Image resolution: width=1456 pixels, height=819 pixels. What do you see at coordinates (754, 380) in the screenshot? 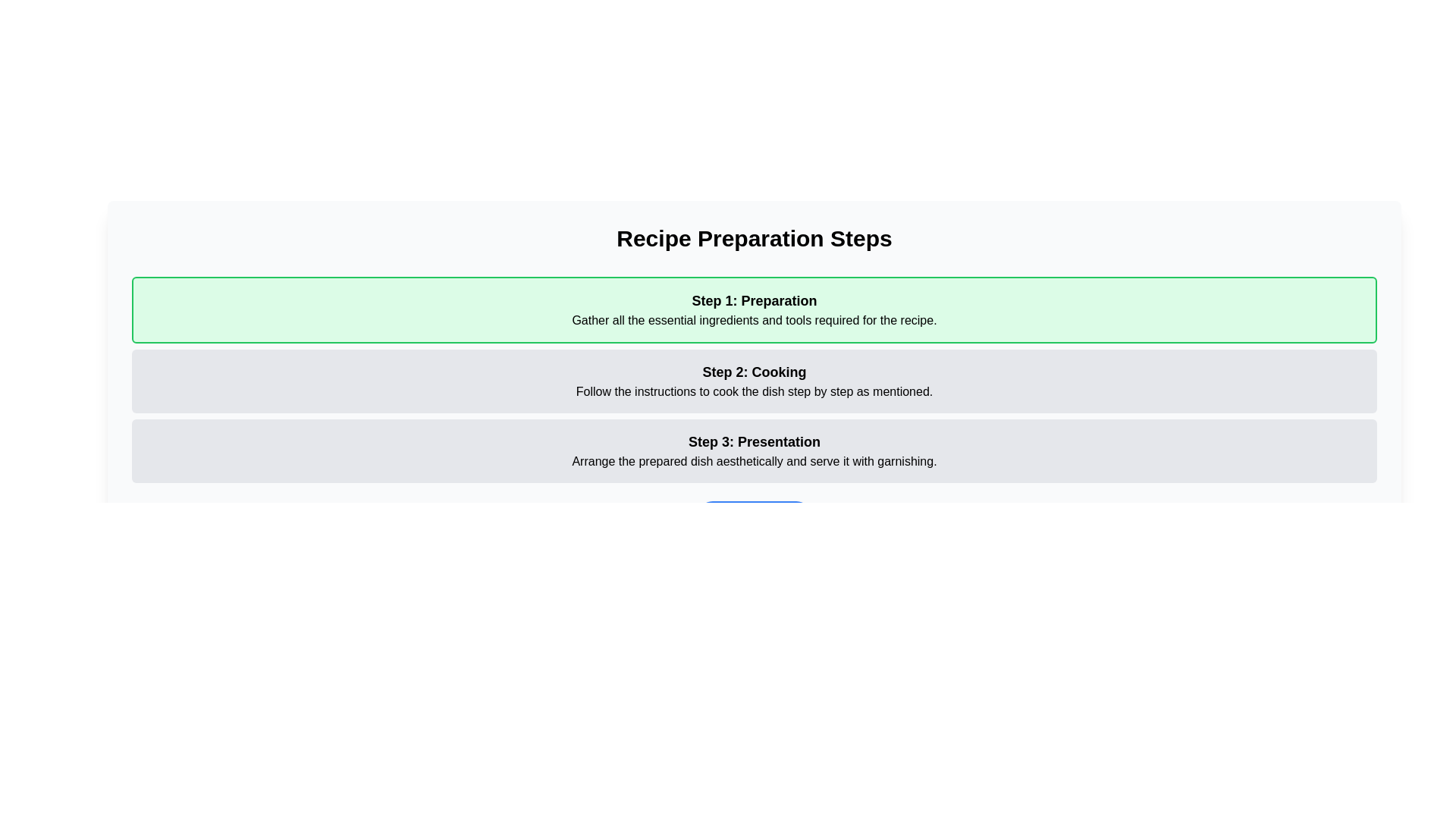
I see `text from the informational text block that provides guidance for the cooking phase, positioned between 'Step 1: Preparation' and 'Step 3: Presentation'` at bounding box center [754, 380].